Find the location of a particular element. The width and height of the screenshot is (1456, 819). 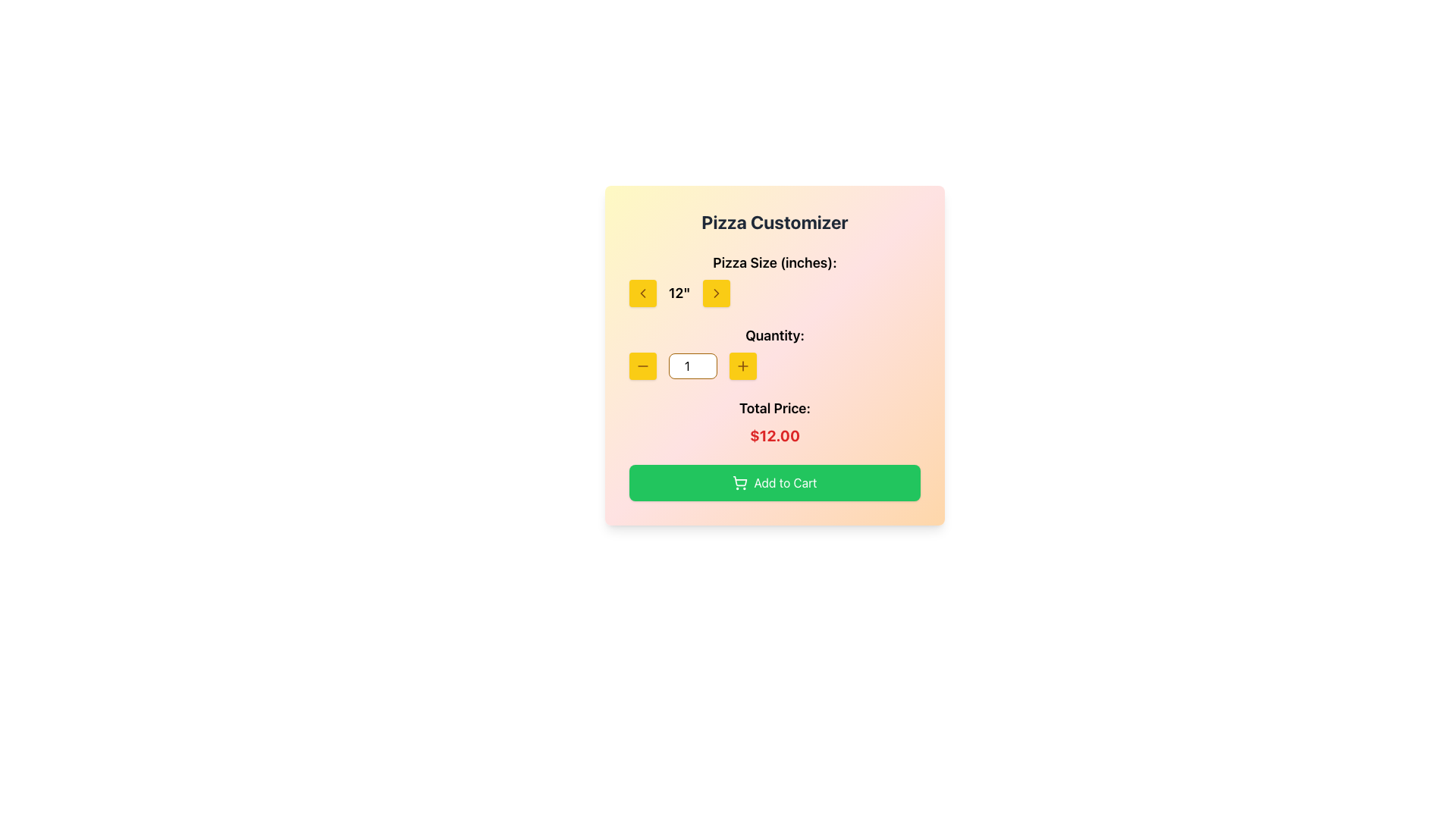

the yellow square button with a leftward pointing chevron icon, located to the left of the pizza size numeric display under the 'Pizza Size (inches)' label, for keyboard interaction is located at coordinates (643, 293).